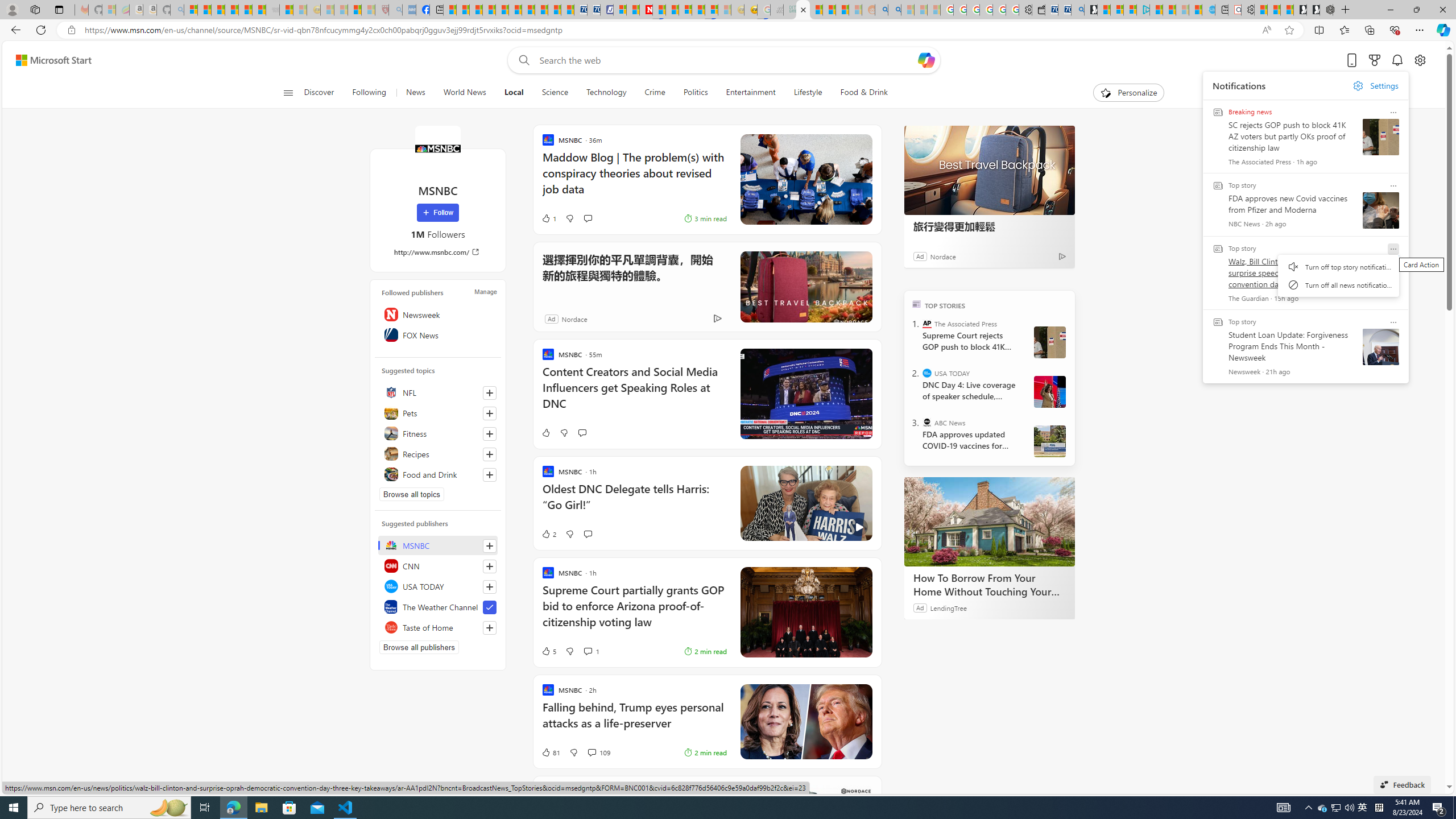  I want to click on '5 Like', so click(547, 651).